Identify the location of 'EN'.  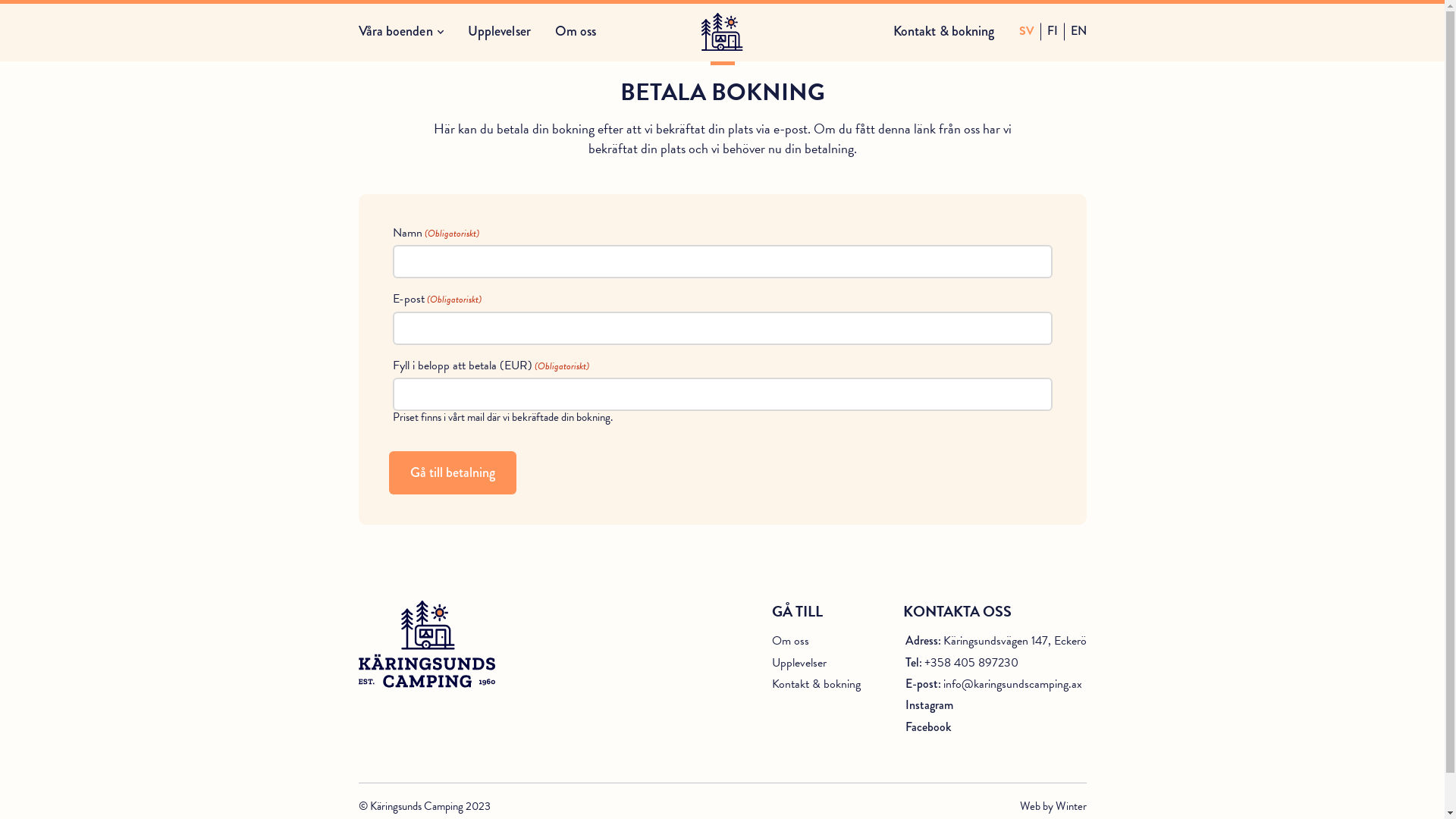
(1078, 31).